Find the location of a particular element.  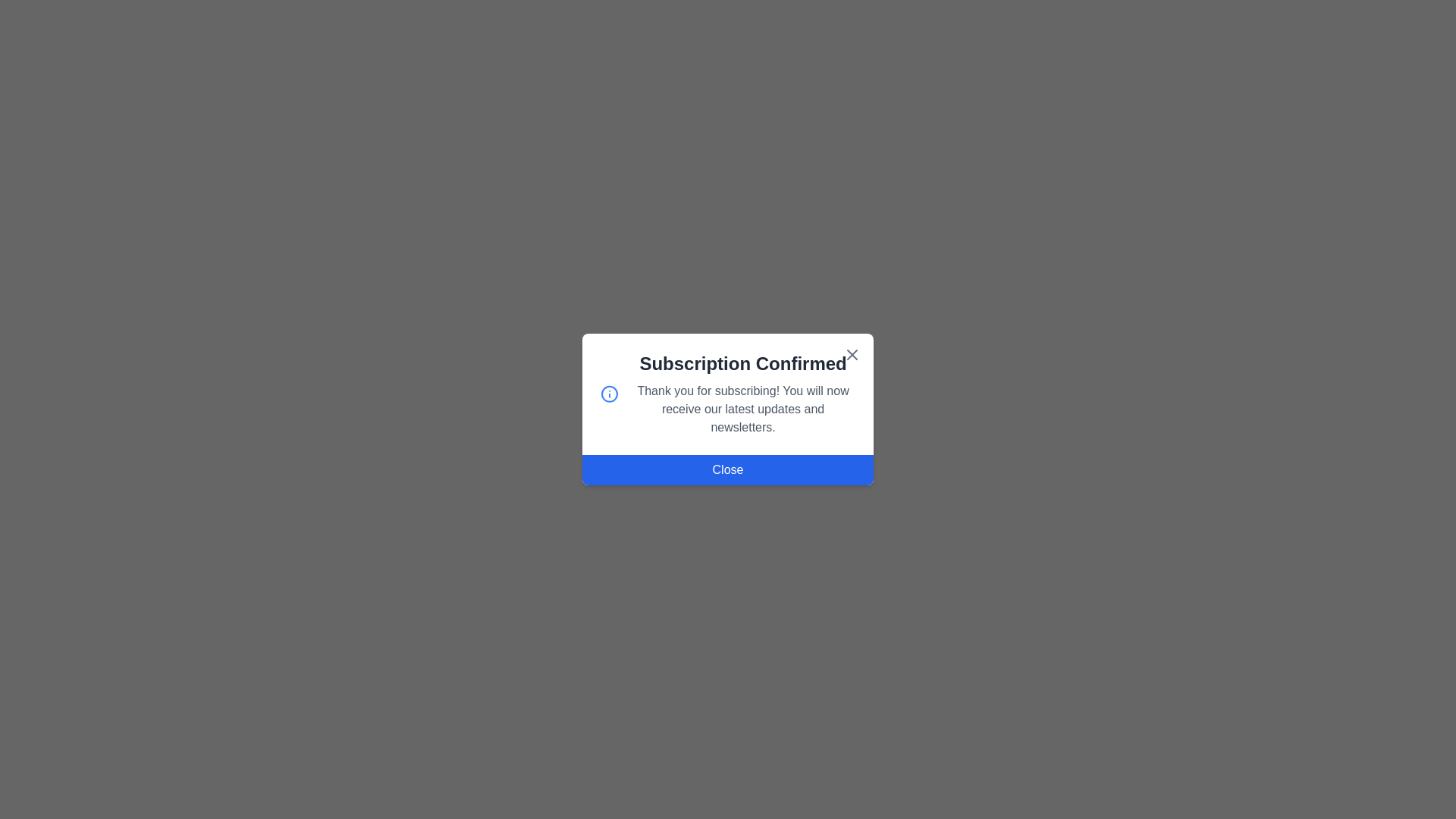

the descriptive text below the heading to select it is located at coordinates (742, 409).